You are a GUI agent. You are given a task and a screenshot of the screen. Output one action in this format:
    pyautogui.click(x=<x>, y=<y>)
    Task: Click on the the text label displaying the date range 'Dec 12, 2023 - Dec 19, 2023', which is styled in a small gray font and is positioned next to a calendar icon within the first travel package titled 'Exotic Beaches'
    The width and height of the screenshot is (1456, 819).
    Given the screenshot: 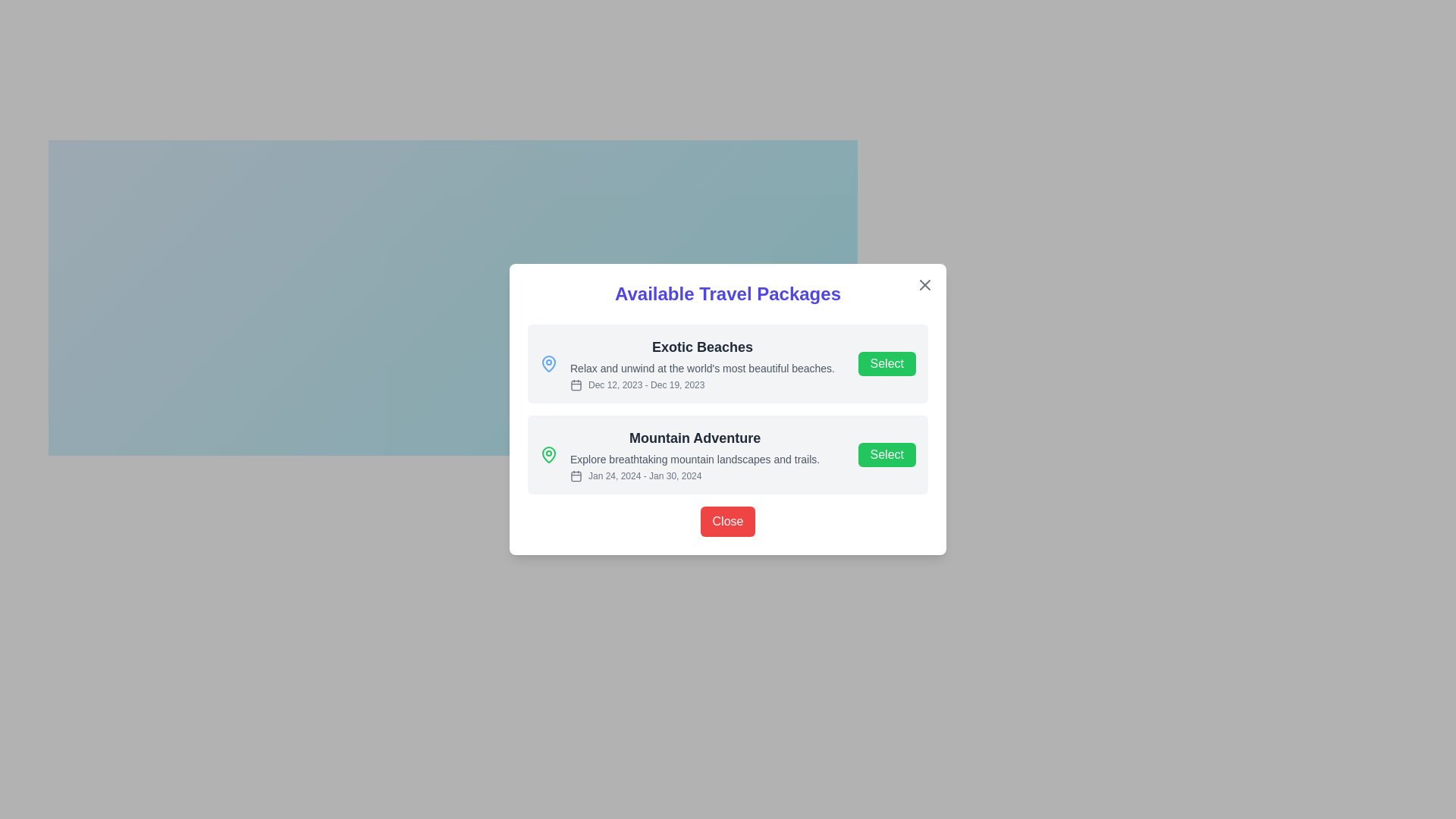 What is the action you would take?
    pyautogui.click(x=701, y=384)
    